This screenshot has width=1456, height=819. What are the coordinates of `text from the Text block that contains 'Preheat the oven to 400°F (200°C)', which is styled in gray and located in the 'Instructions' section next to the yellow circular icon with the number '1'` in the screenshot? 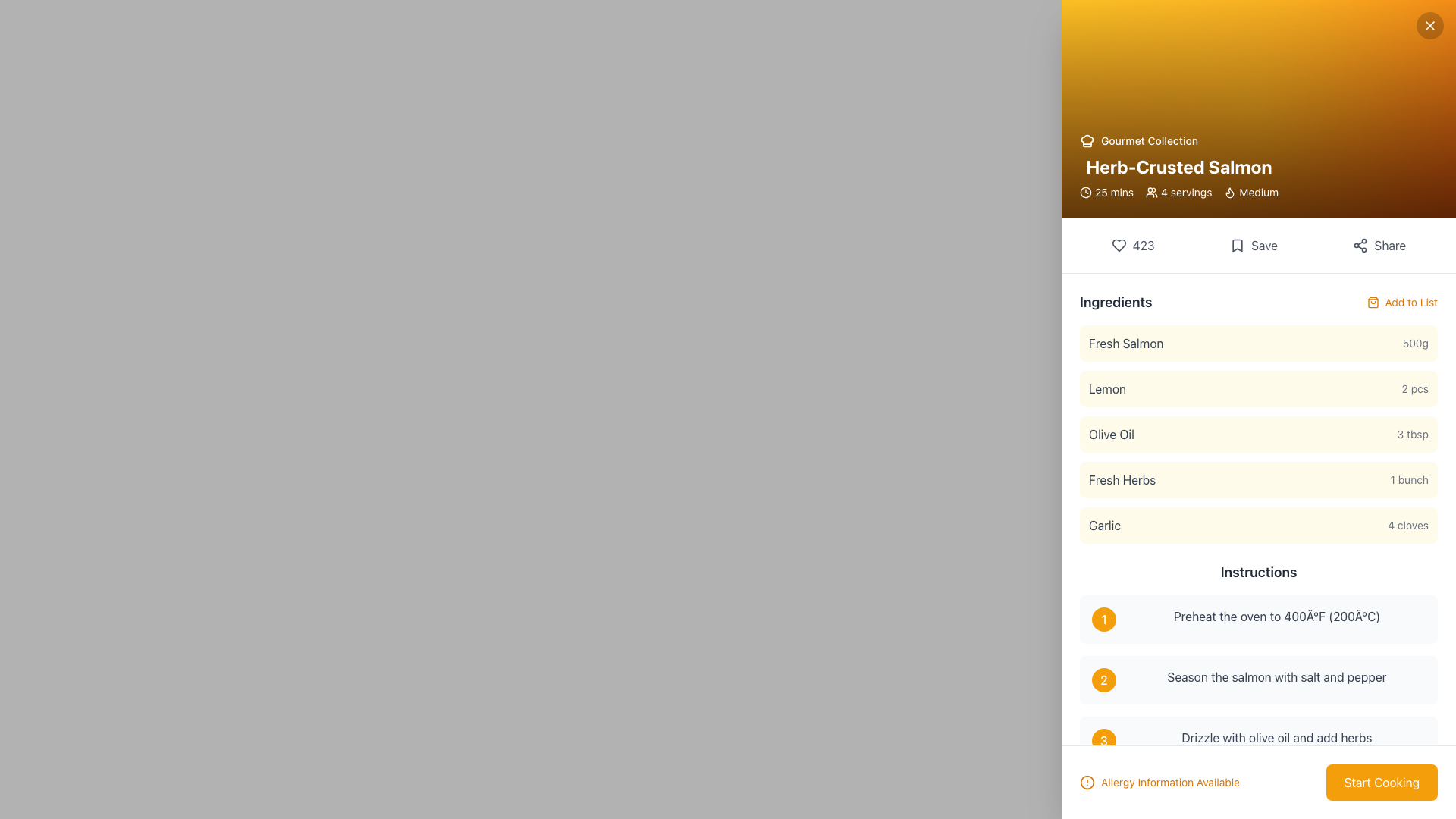 It's located at (1276, 620).